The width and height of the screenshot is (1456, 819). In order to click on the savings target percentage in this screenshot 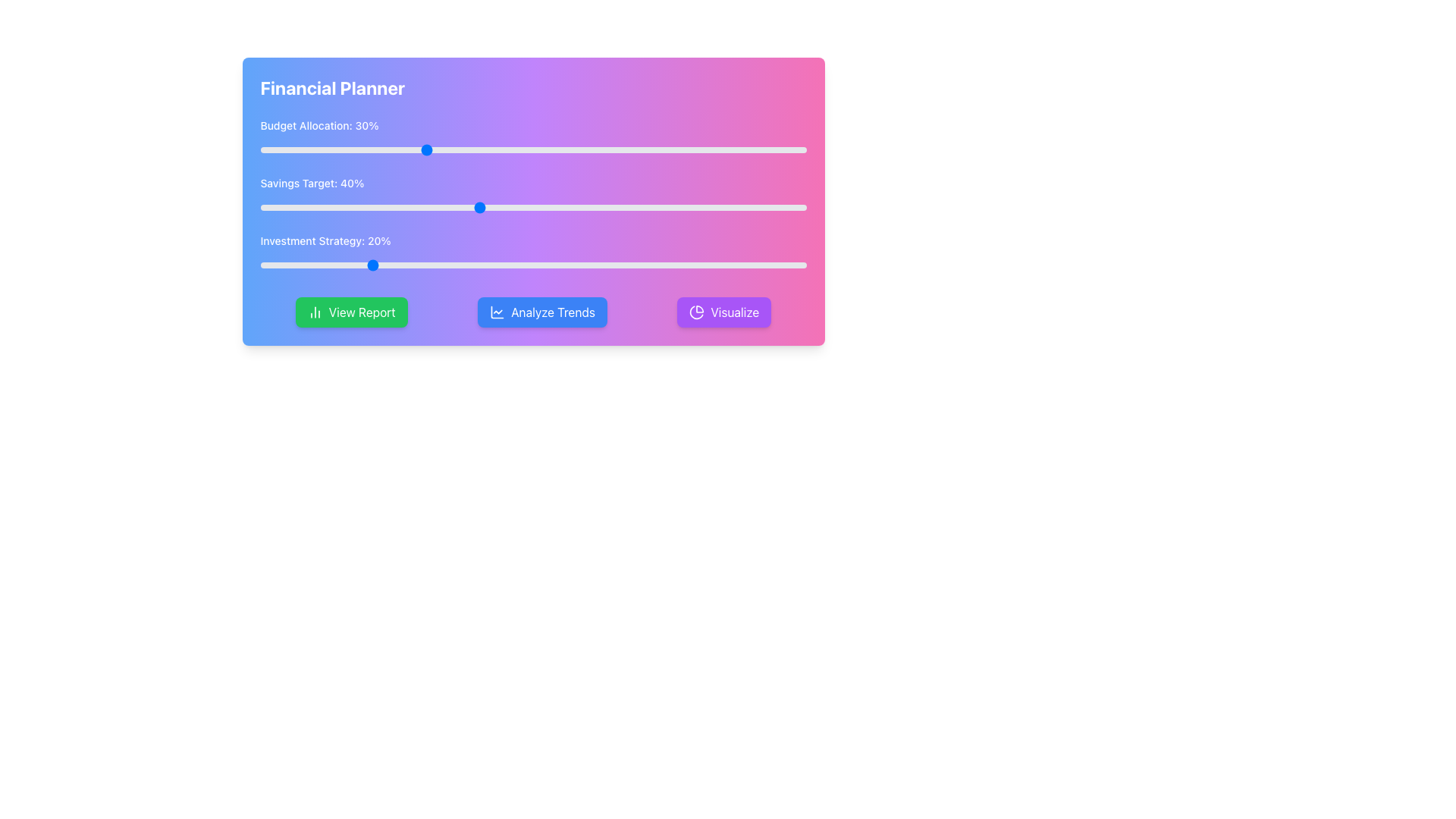, I will do `click(696, 207)`.